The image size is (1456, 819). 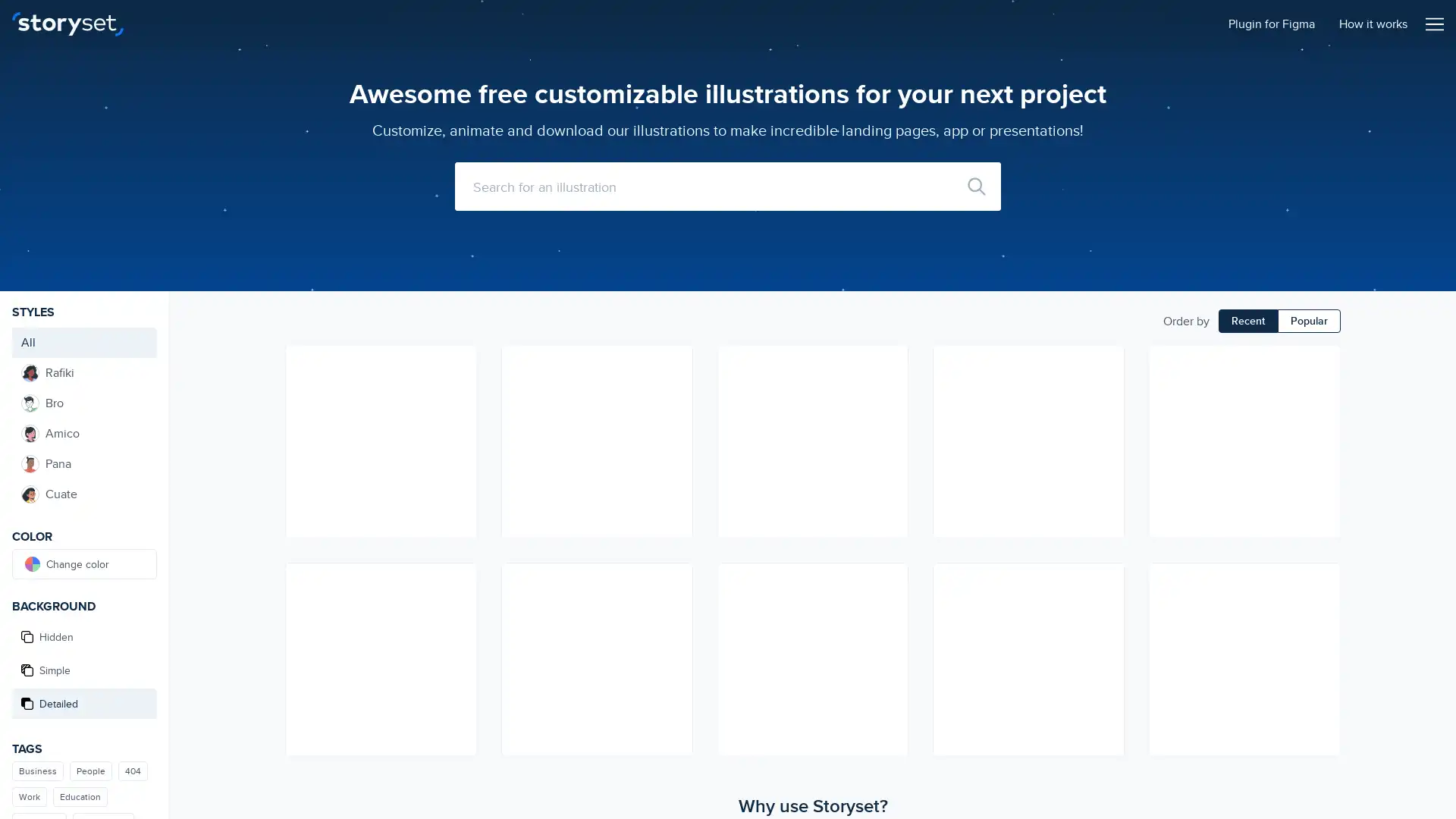 I want to click on Hidden, so click(x=83, y=637).